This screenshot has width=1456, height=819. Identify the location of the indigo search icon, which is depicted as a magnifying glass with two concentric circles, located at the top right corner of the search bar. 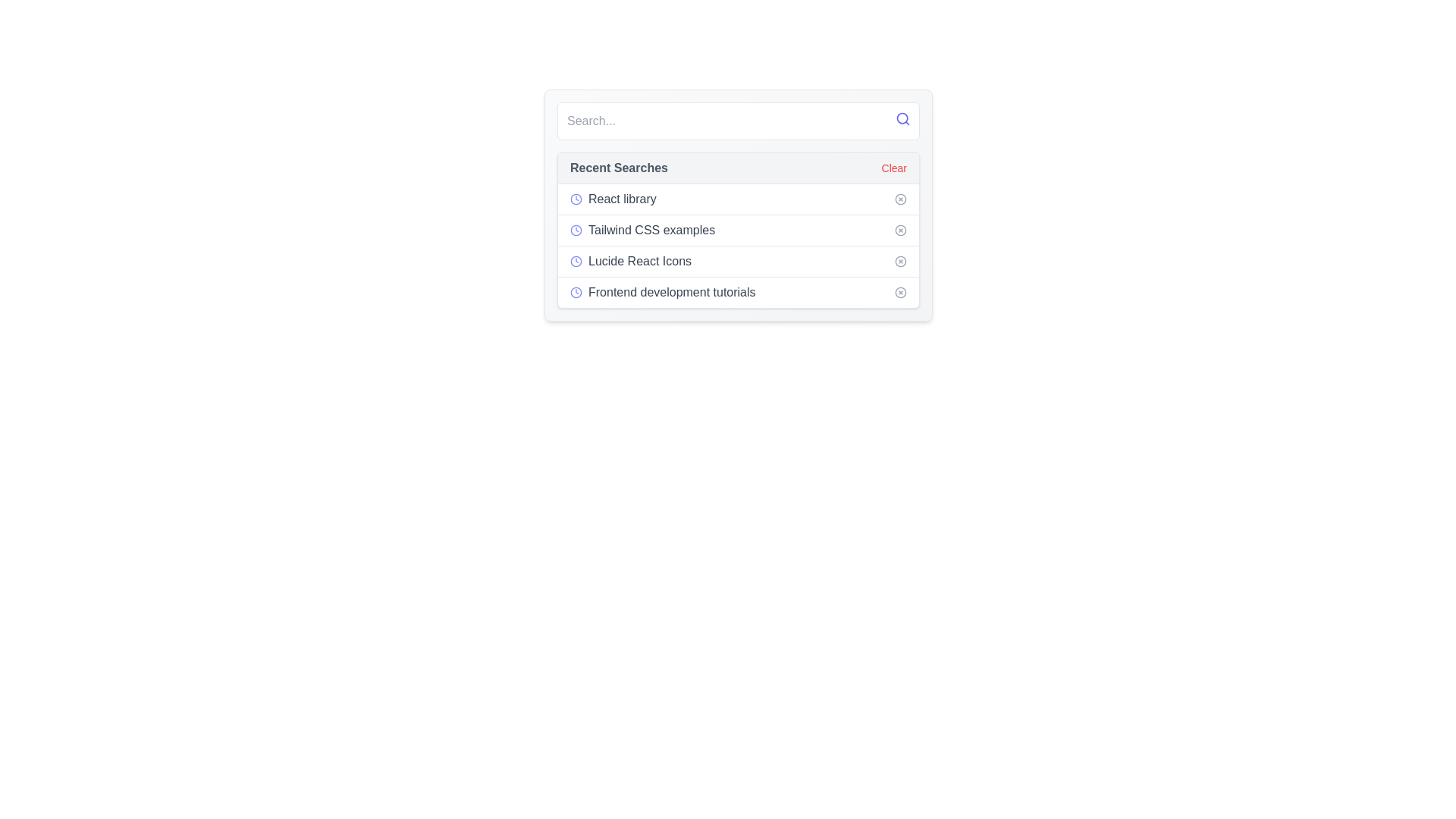
(902, 118).